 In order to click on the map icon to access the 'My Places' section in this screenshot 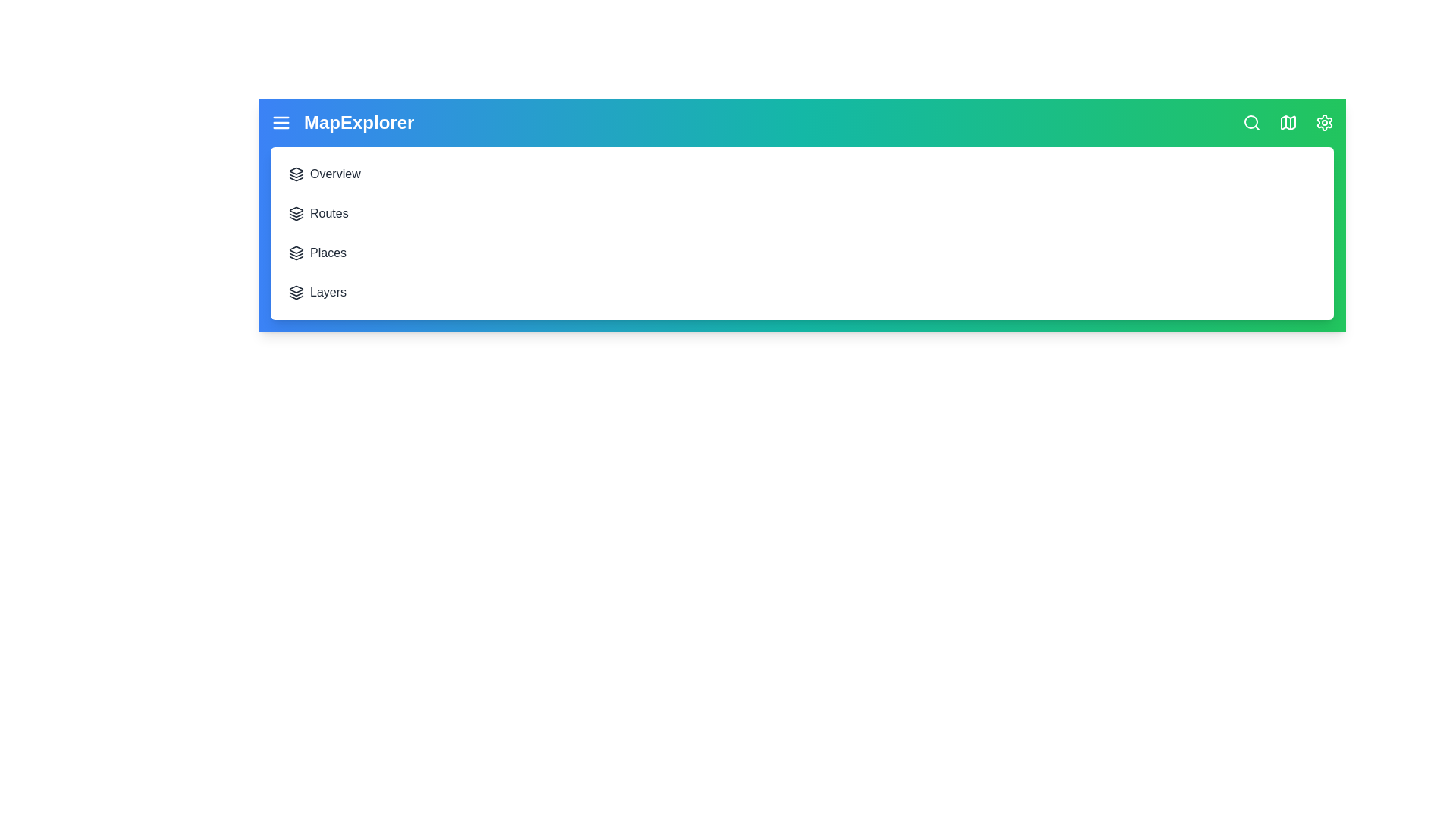, I will do `click(1288, 122)`.